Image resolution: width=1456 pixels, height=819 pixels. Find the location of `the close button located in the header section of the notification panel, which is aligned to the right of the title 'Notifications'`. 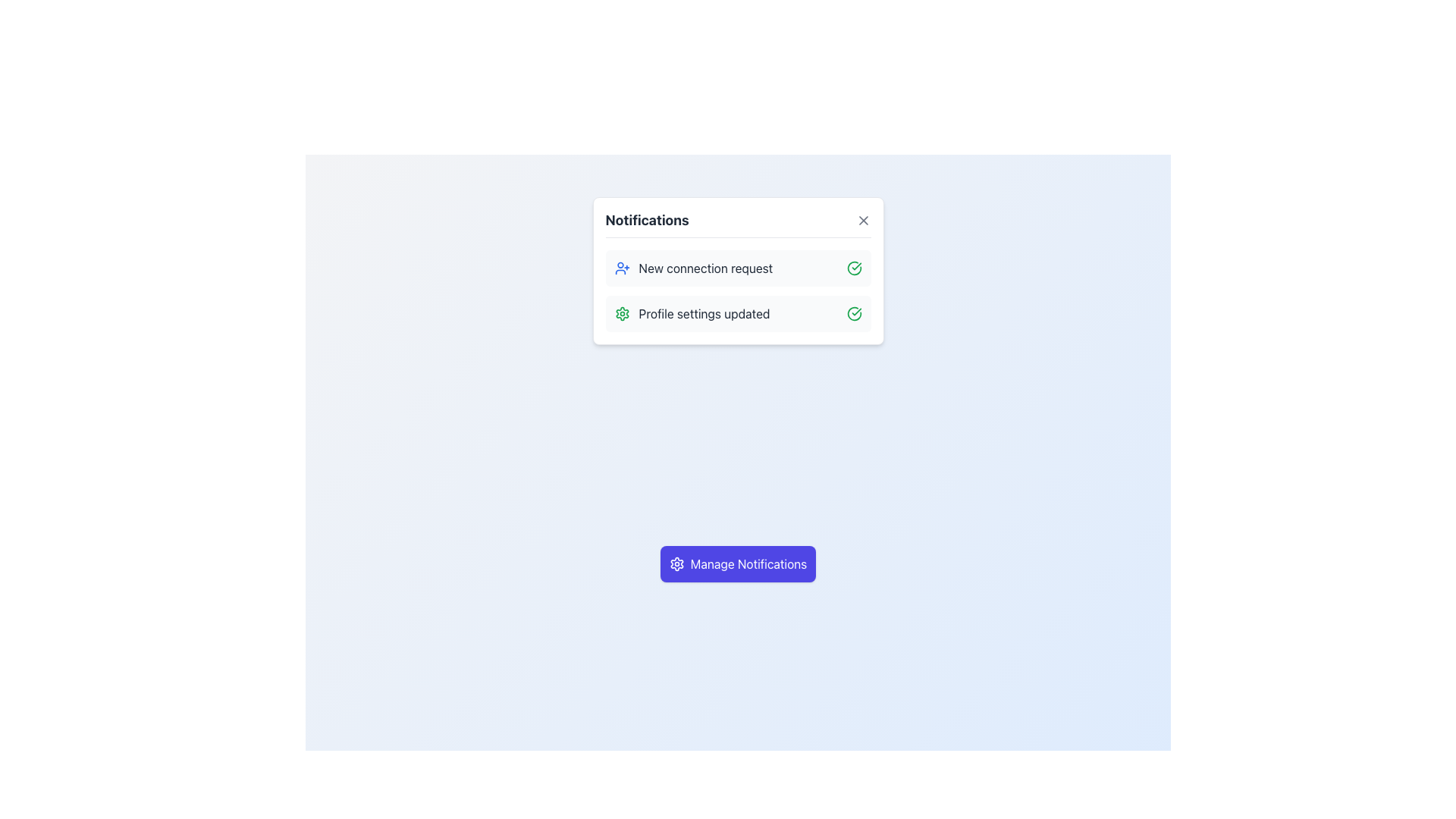

the close button located in the header section of the notification panel, which is aligned to the right of the title 'Notifications' is located at coordinates (863, 220).